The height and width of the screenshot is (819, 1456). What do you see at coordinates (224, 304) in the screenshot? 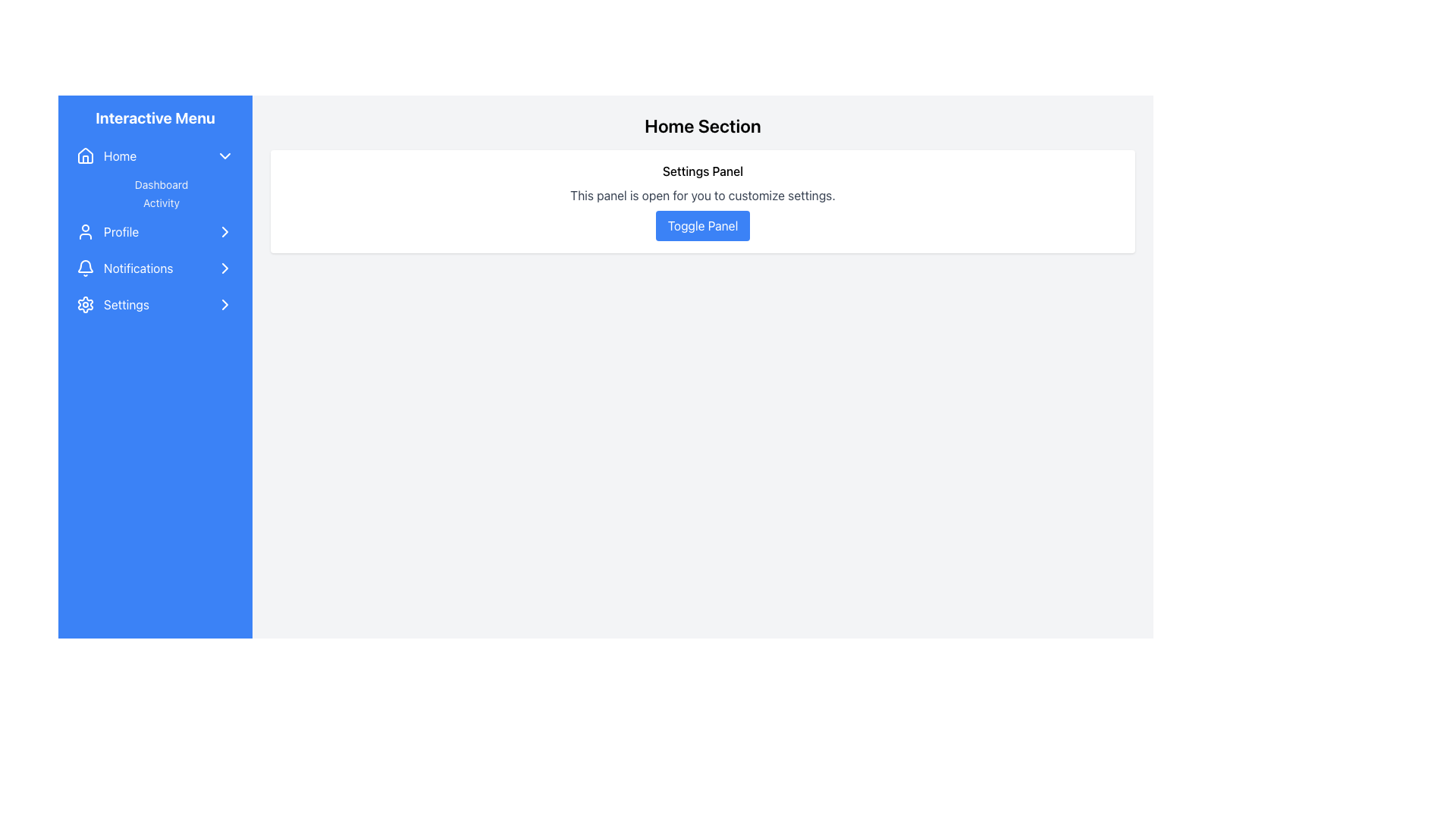
I see `the right-pointing chevron icon next to the 'Settings' menu item` at bounding box center [224, 304].